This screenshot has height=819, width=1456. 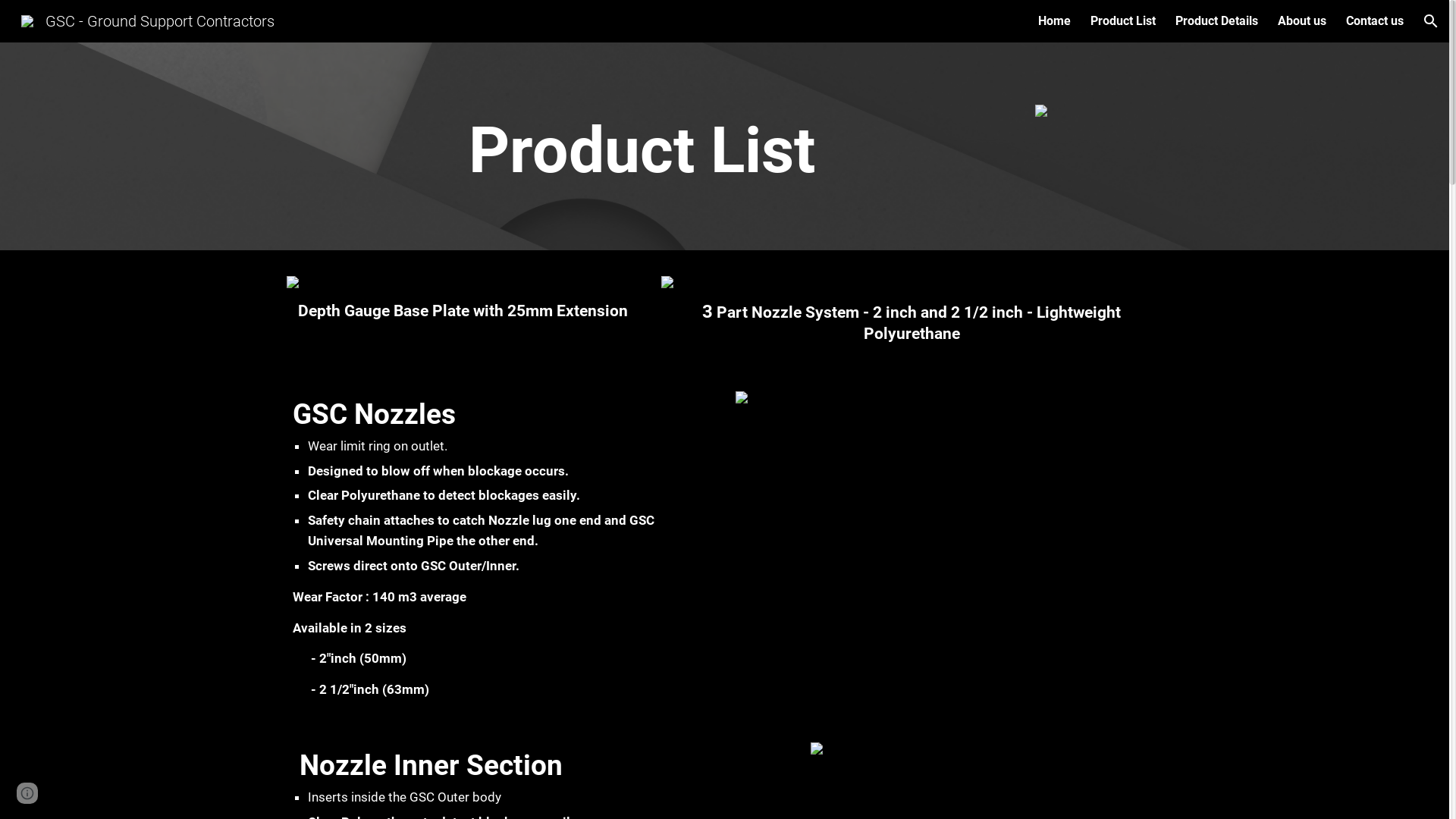 What do you see at coordinates (1375, 20) in the screenshot?
I see `'Contact us'` at bounding box center [1375, 20].